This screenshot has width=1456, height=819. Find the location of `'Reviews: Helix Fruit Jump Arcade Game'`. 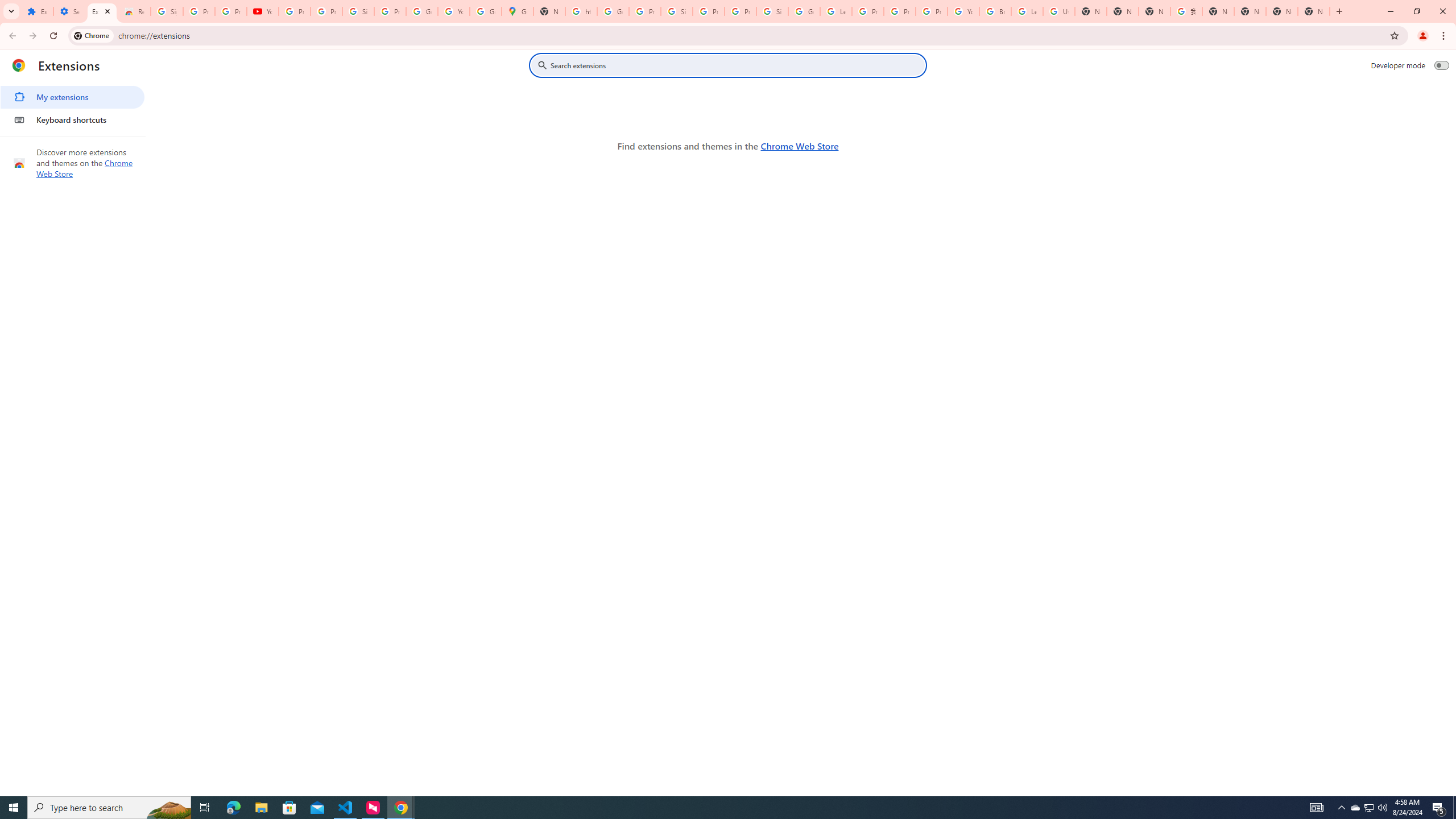

'Reviews: Helix Fruit Jump Arcade Game' is located at coordinates (134, 11).